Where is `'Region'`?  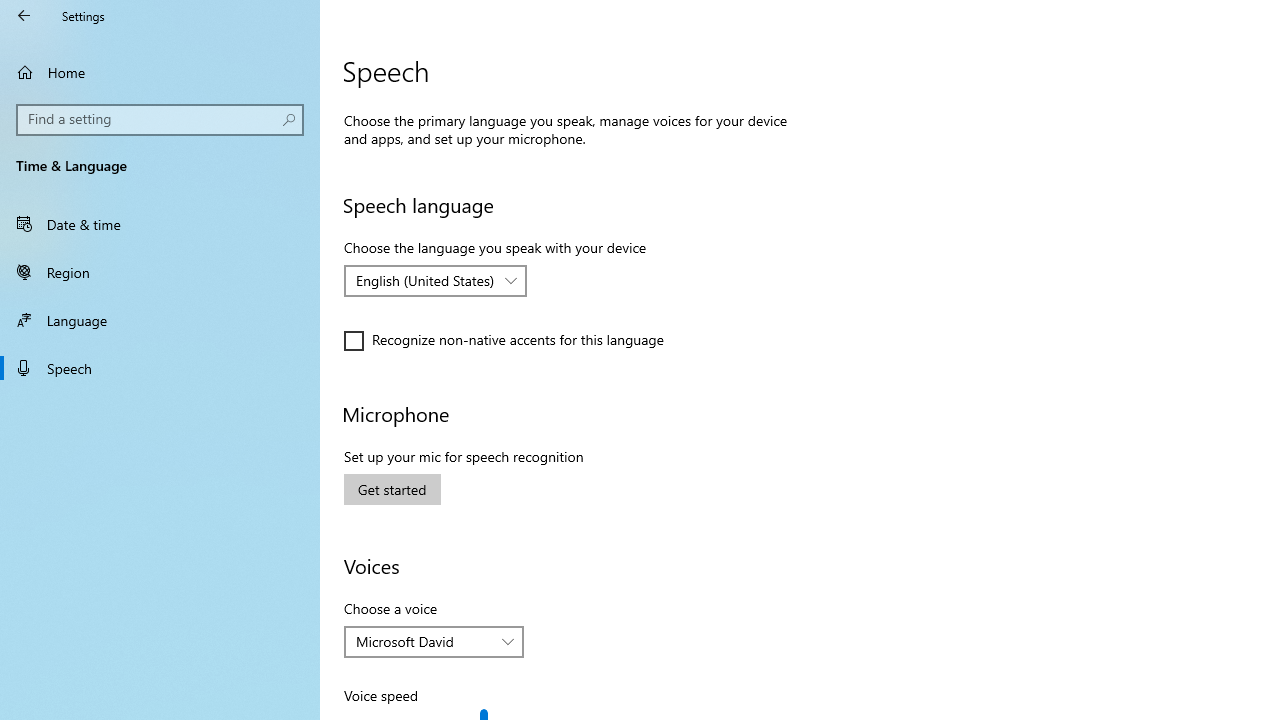
'Region' is located at coordinates (160, 271).